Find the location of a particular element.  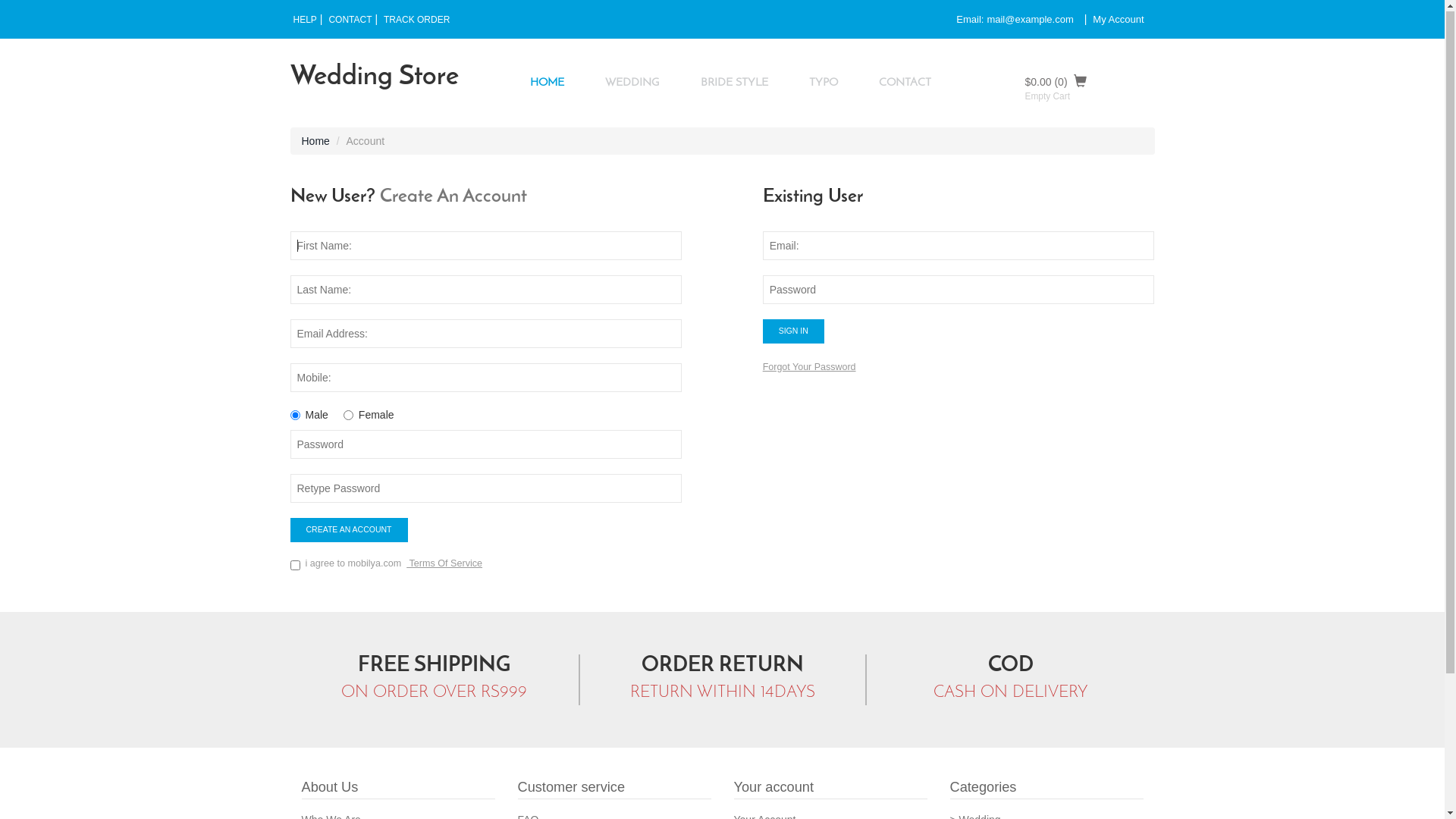

'sign in' is located at coordinates (792, 331).